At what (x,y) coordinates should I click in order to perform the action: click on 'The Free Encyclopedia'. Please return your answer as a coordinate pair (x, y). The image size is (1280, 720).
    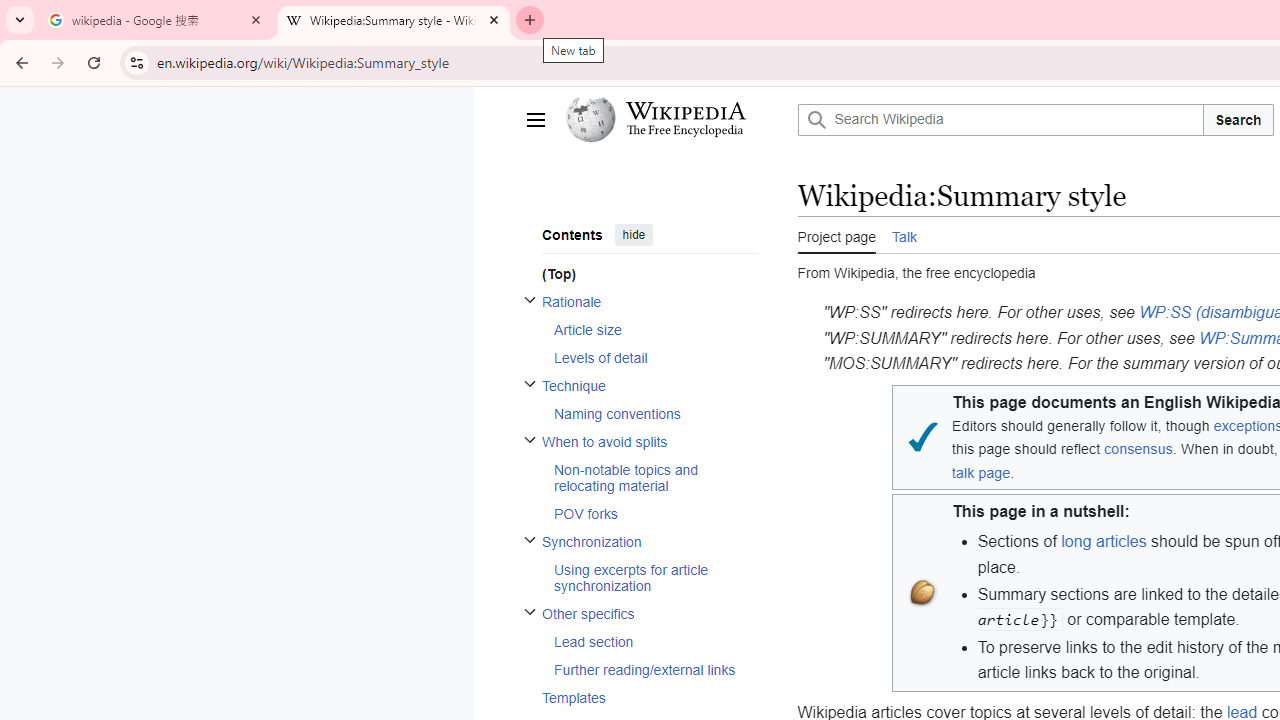
    Looking at the image, I should click on (685, 131).